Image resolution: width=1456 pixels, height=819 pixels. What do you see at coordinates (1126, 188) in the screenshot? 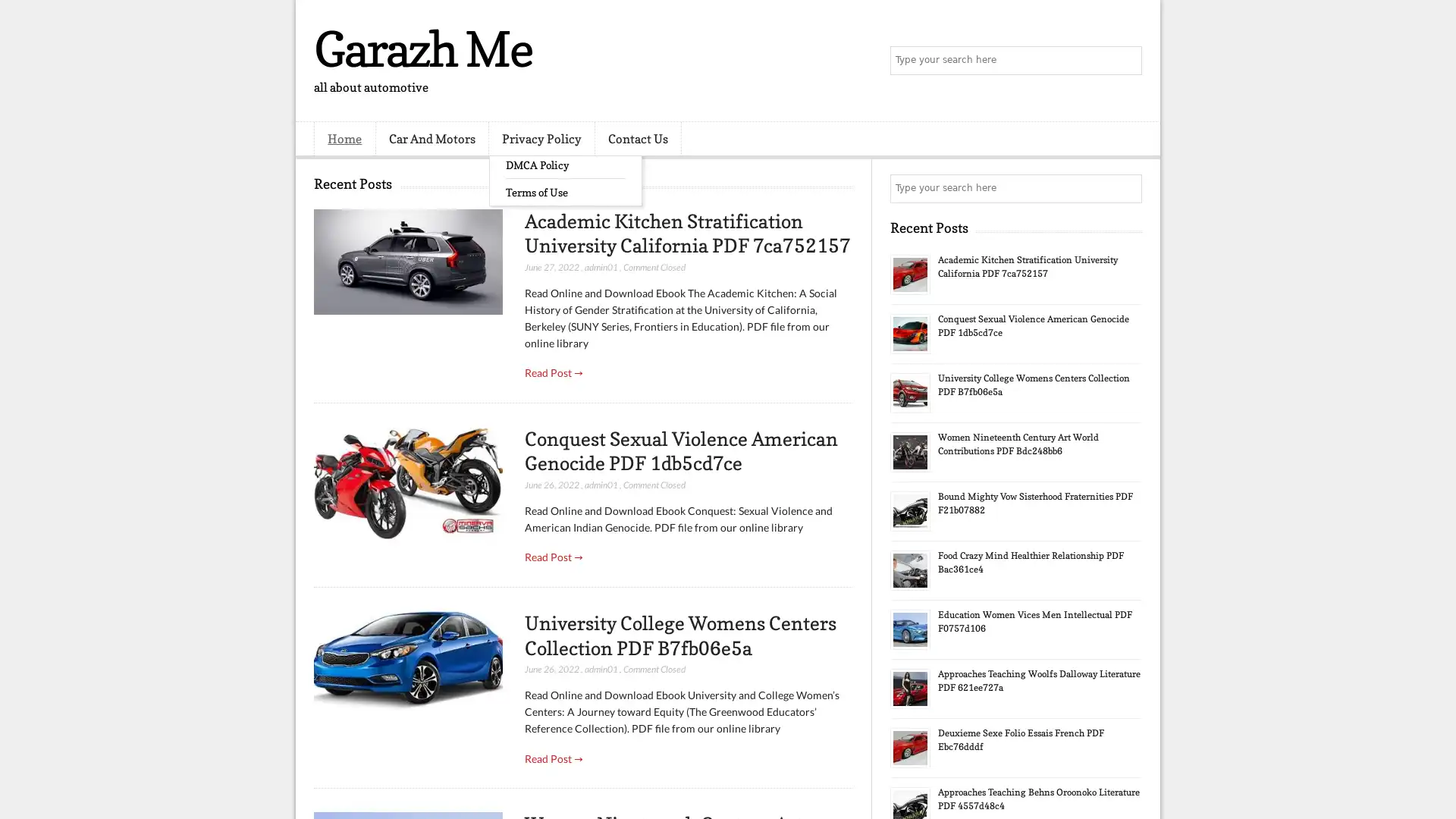
I see `Search` at bounding box center [1126, 188].